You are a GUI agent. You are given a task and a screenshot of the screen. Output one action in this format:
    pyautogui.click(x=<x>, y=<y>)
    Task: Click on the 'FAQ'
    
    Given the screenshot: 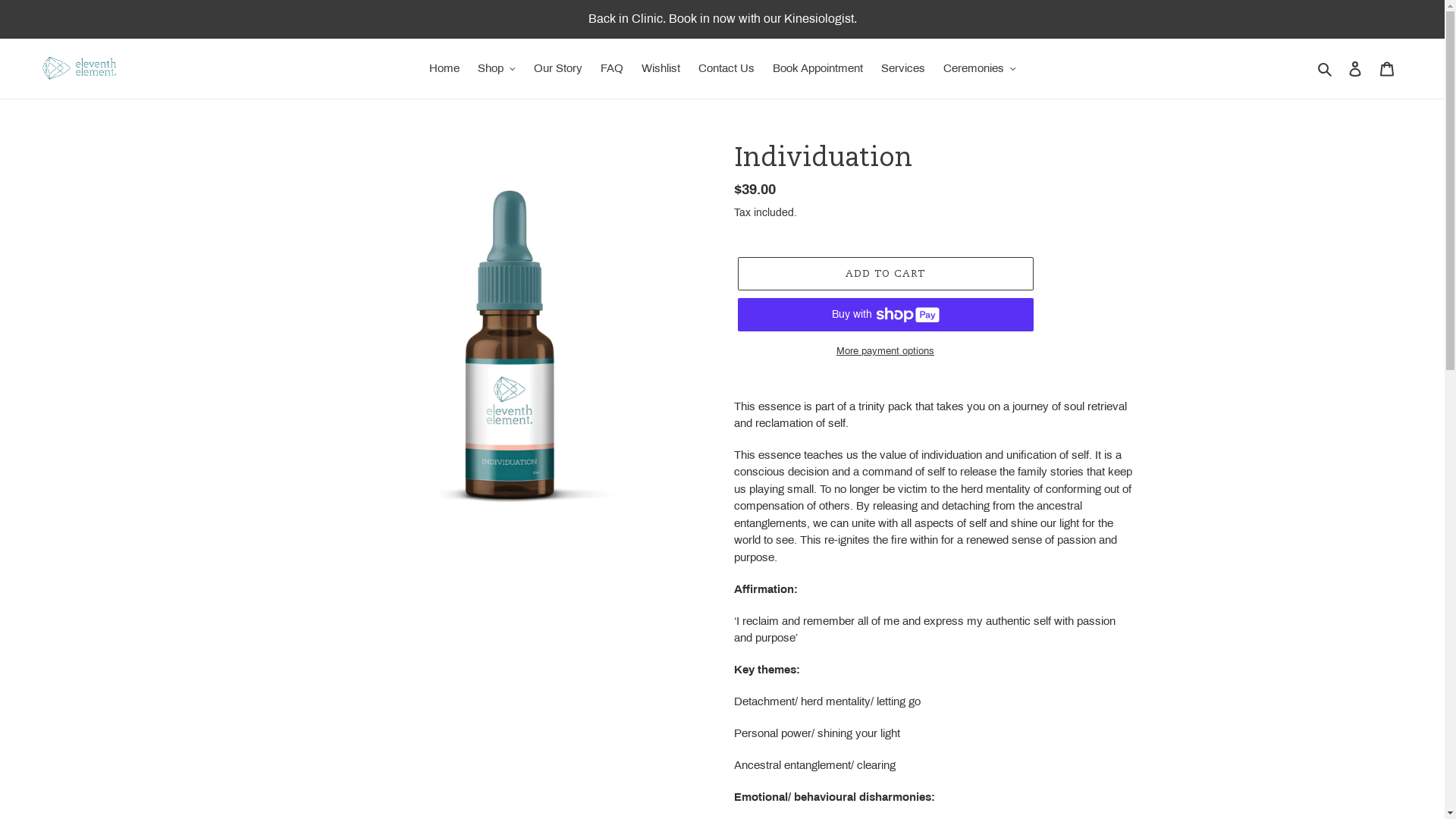 What is the action you would take?
    pyautogui.click(x=592, y=68)
    